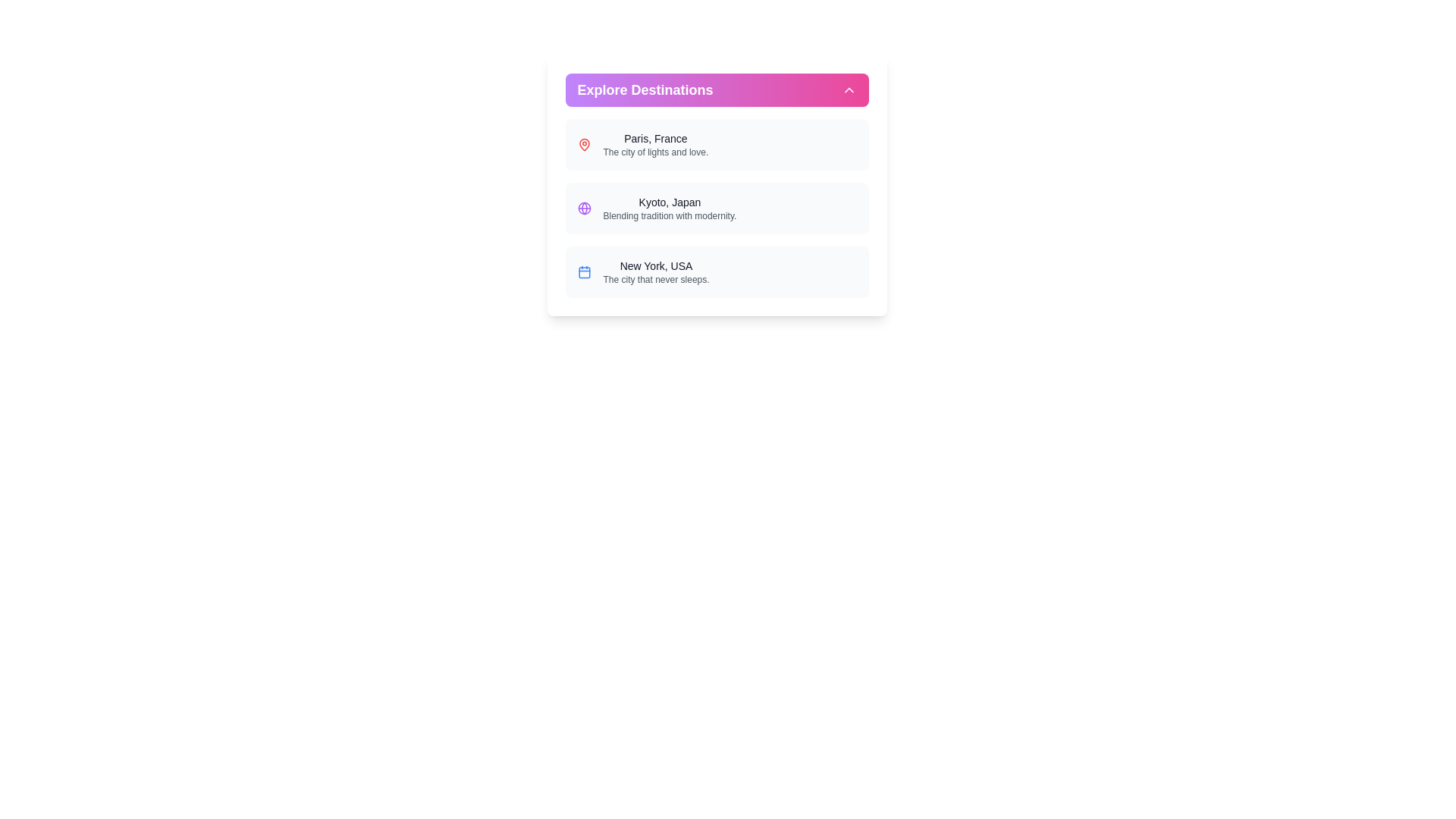 The height and width of the screenshot is (819, 1456). I want to click on the small red-colored pin icon styled as a map pin, located to the left of the text label 'Paris, France' in the 'Explore Destinations' list, so click(583, 145).